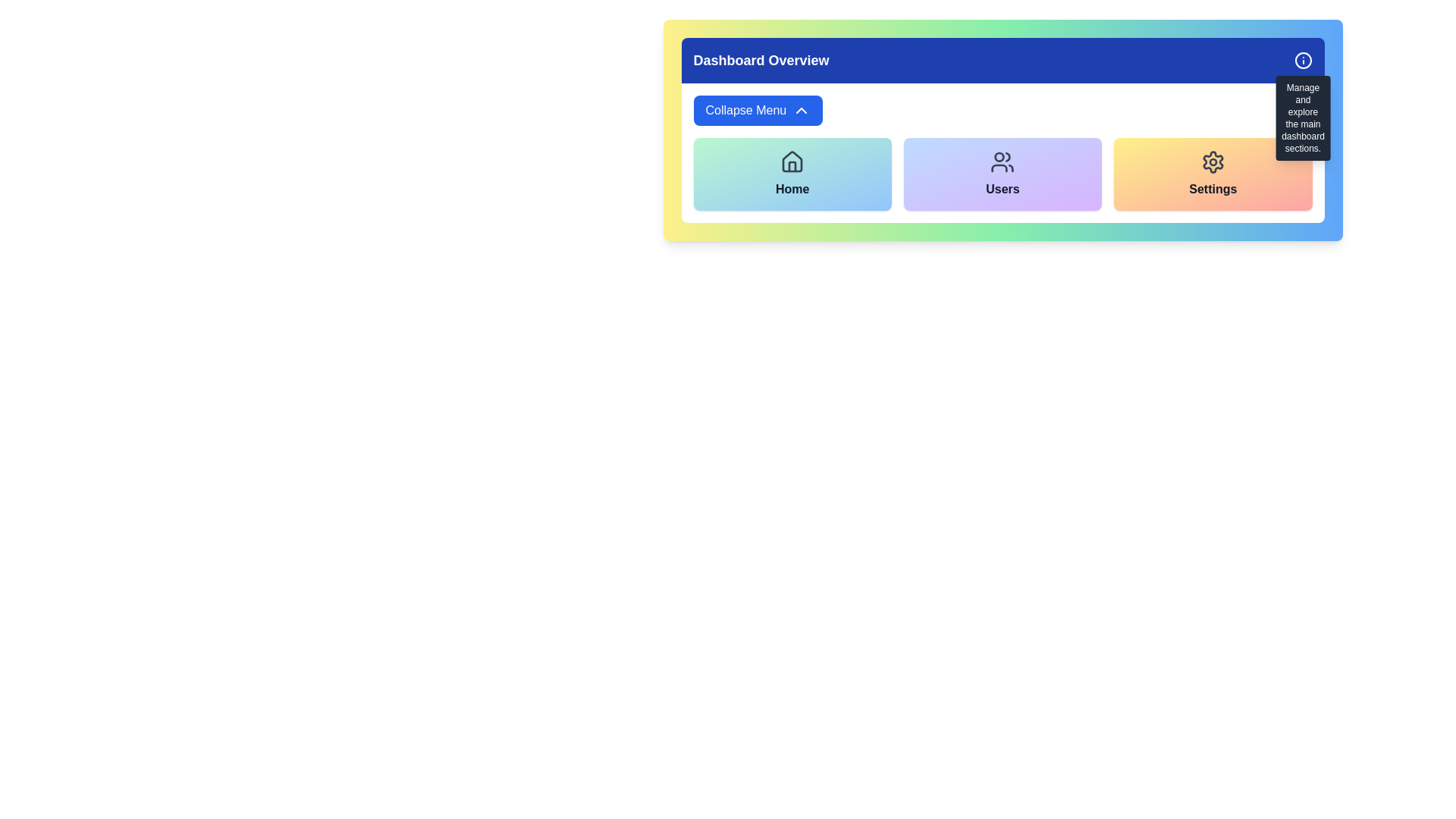 The width and height of the screenshot is (1456, 819). What do you see at coordinates (792, 189) in the screenshot?
I see `the 'Home' text label, which is positioned in the lower portion of a card on the dashboard, styled in bold with a dark color` at bounding box center [792, 189].